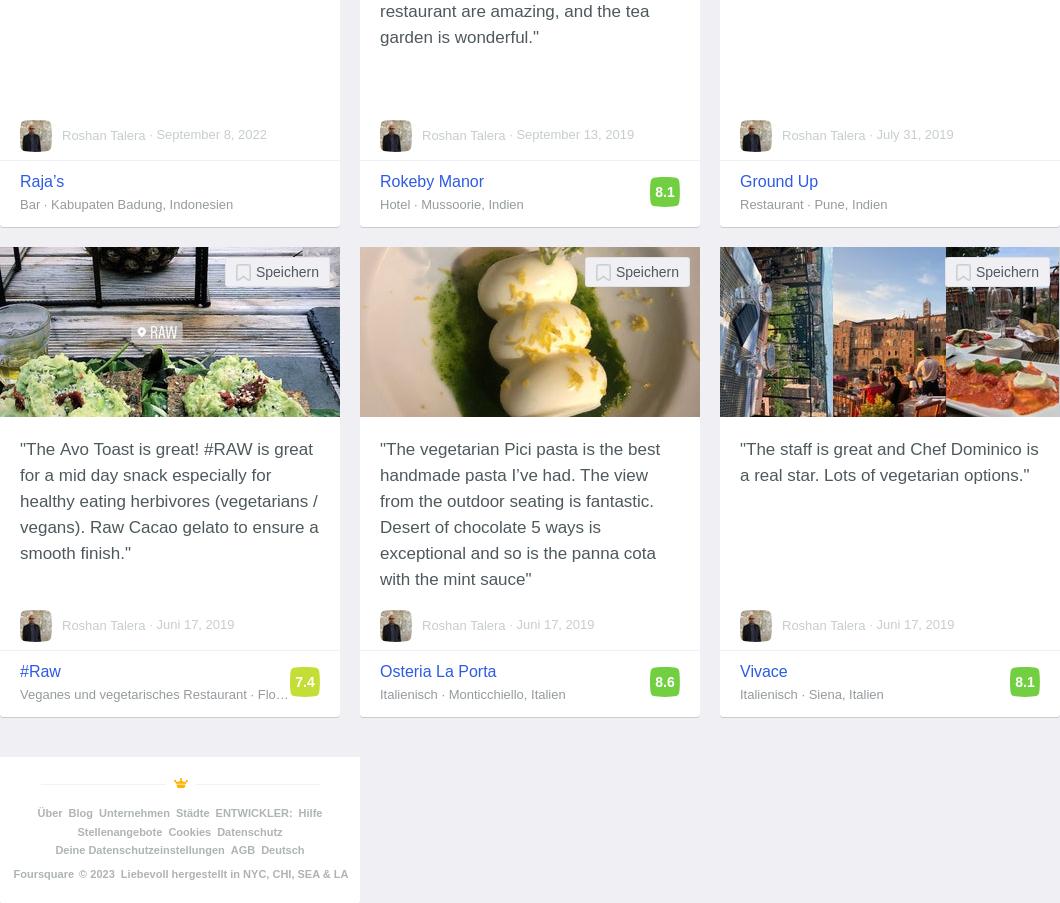 The height and width of the screenshot is (903, 1060). What do you see at coordinates (80, 811) in the screenshot?
I see `'Blog'` at bounding box center [80, 811].